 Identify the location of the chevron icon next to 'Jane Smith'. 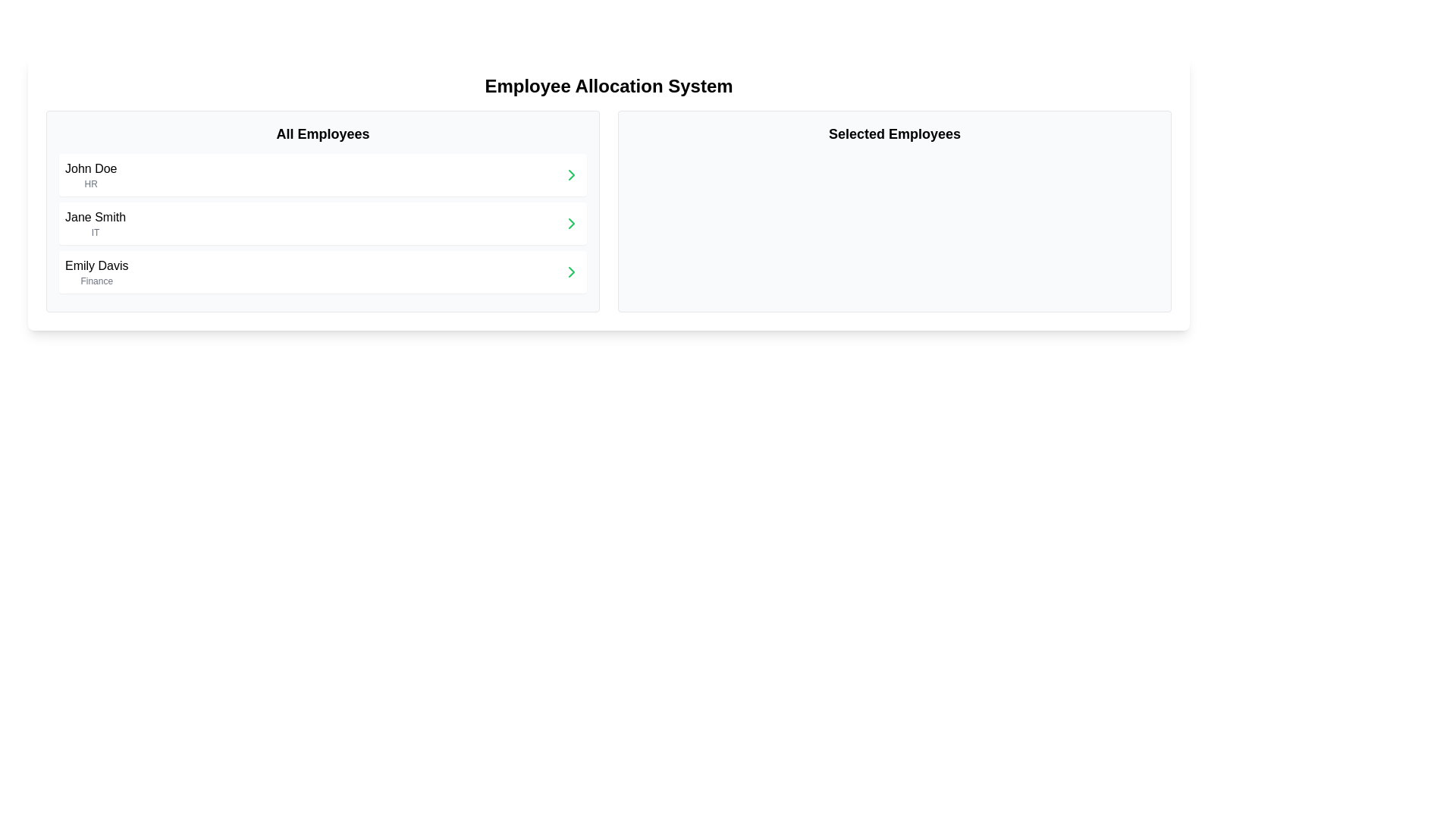
(570, 223).